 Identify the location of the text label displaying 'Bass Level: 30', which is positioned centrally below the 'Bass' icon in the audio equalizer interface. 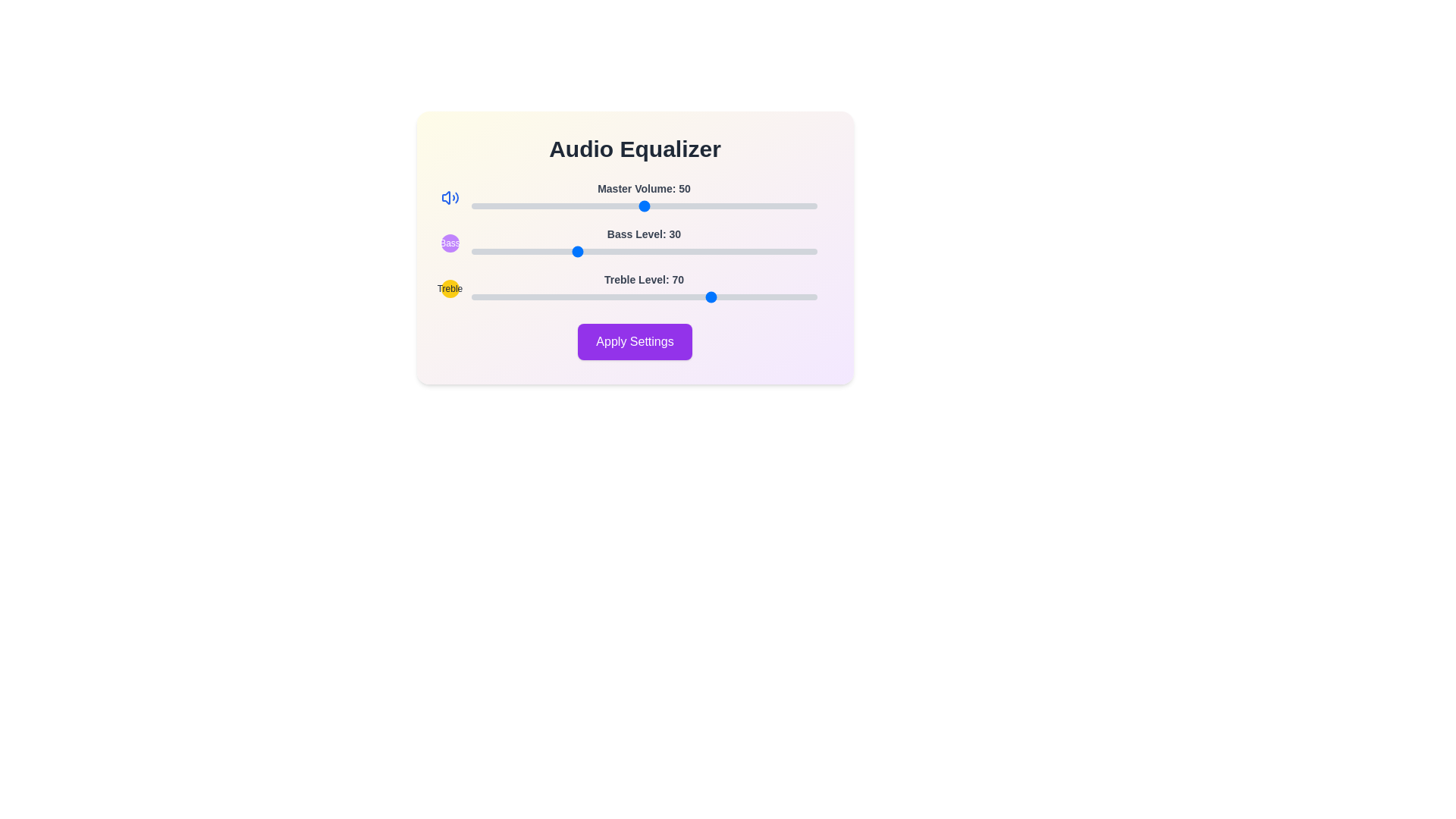
(644, 234).